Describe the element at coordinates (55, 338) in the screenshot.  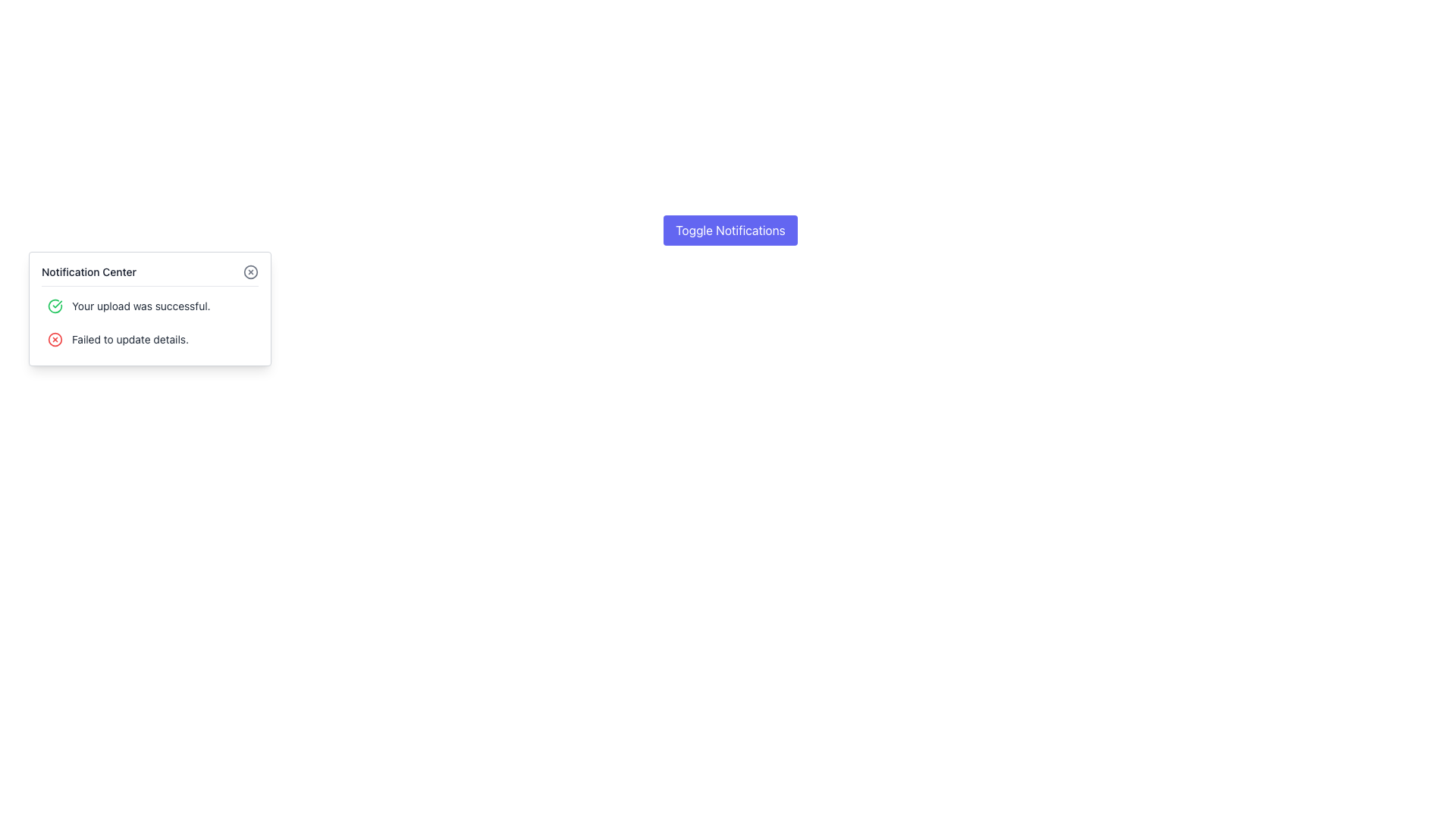
I see `the red circular error icon located in the notification panel to interpret the error status related to the 'Failed to update details.' message` at that location.